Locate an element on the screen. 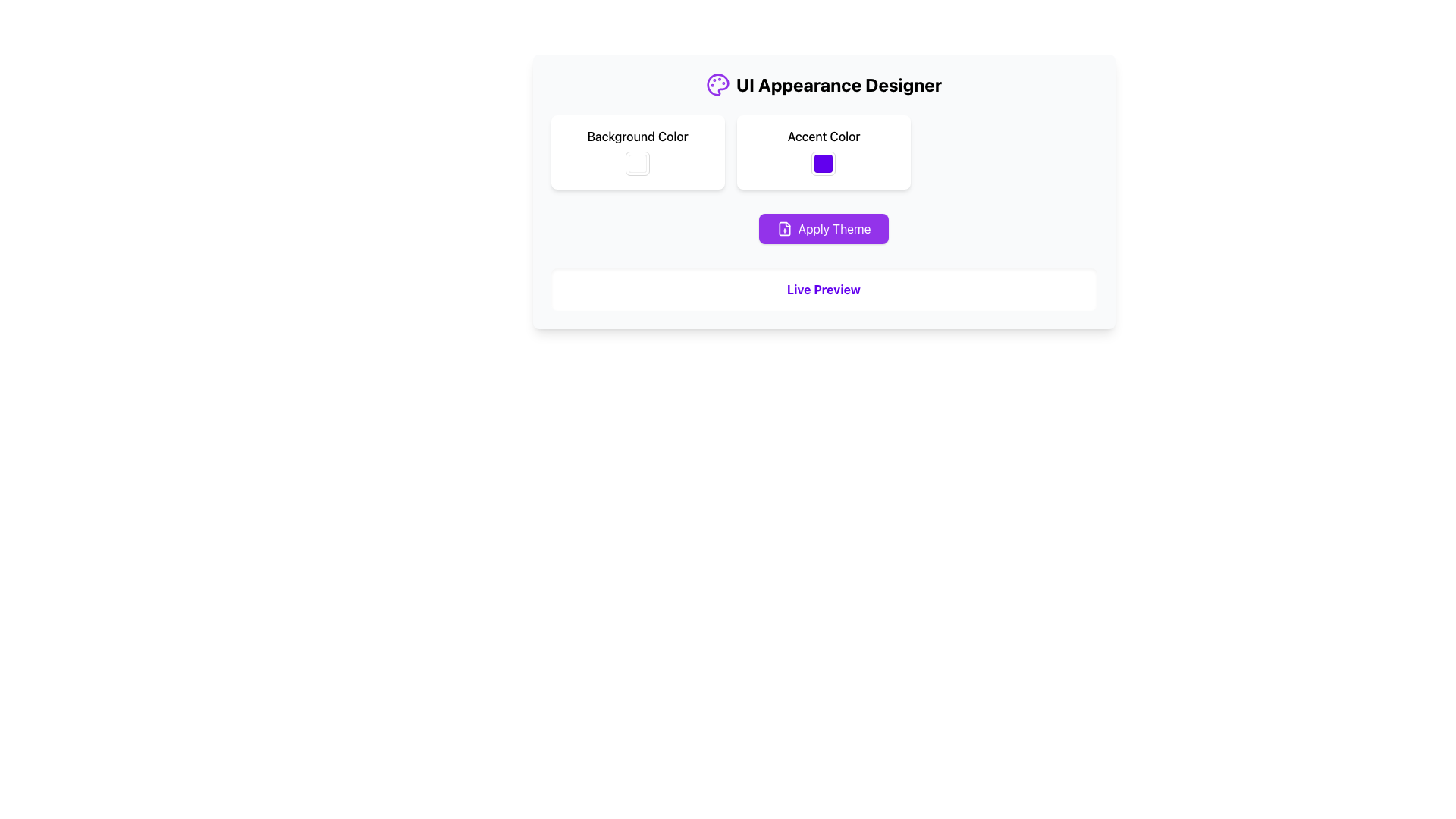 The width and height of the screenshot is (1456, 819). the small, square-shaped color display block with a vivid purple background located in the 'Accent Color' section of the 'UI Appearance Designer' is located at coordinates (823, 164).